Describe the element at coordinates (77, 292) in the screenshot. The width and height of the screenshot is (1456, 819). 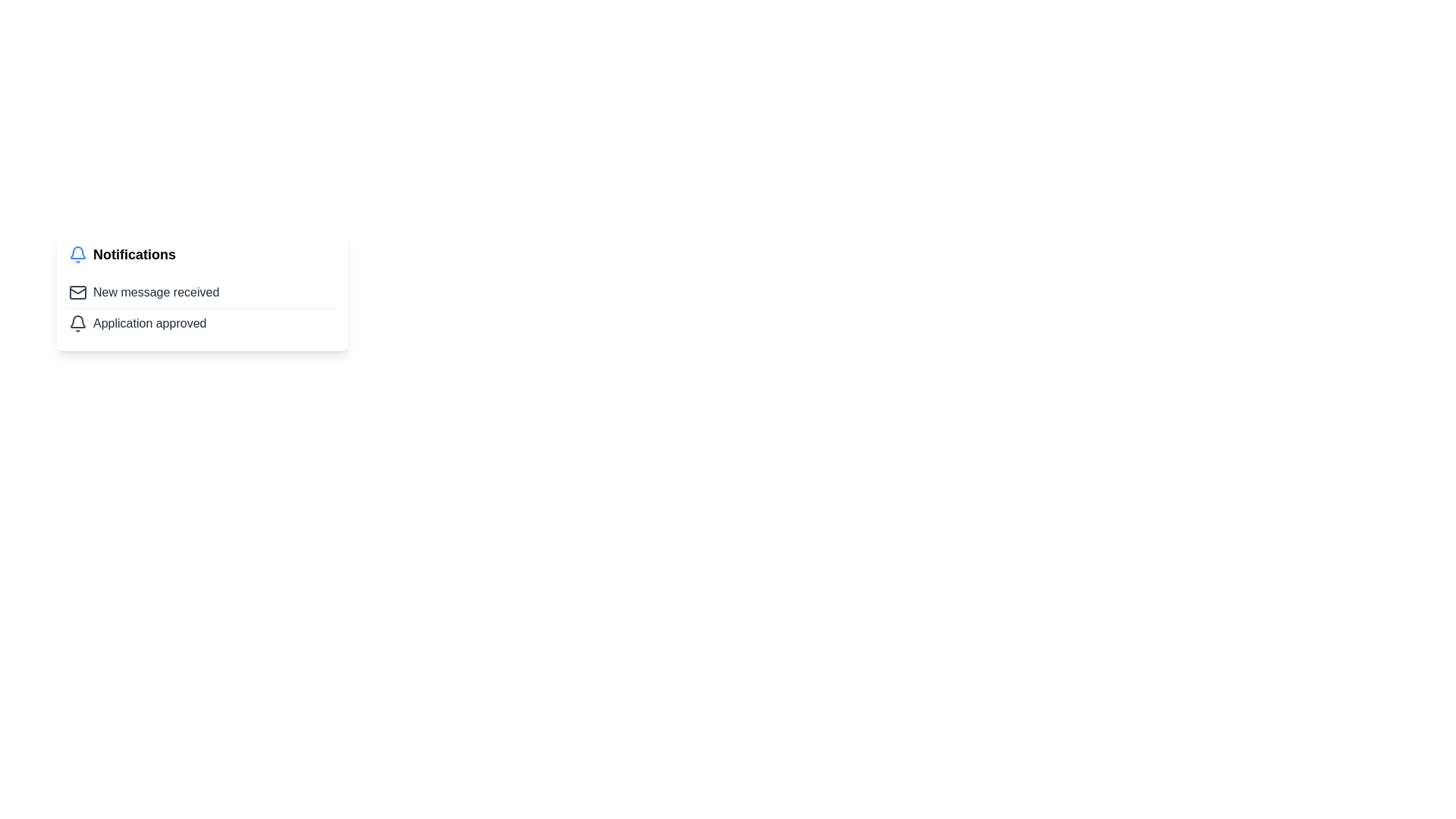
I see `the main body of the graphical envelope icon representing a new message, located to the left of the text 'New message received' in the second notification entry of the list` at that location.